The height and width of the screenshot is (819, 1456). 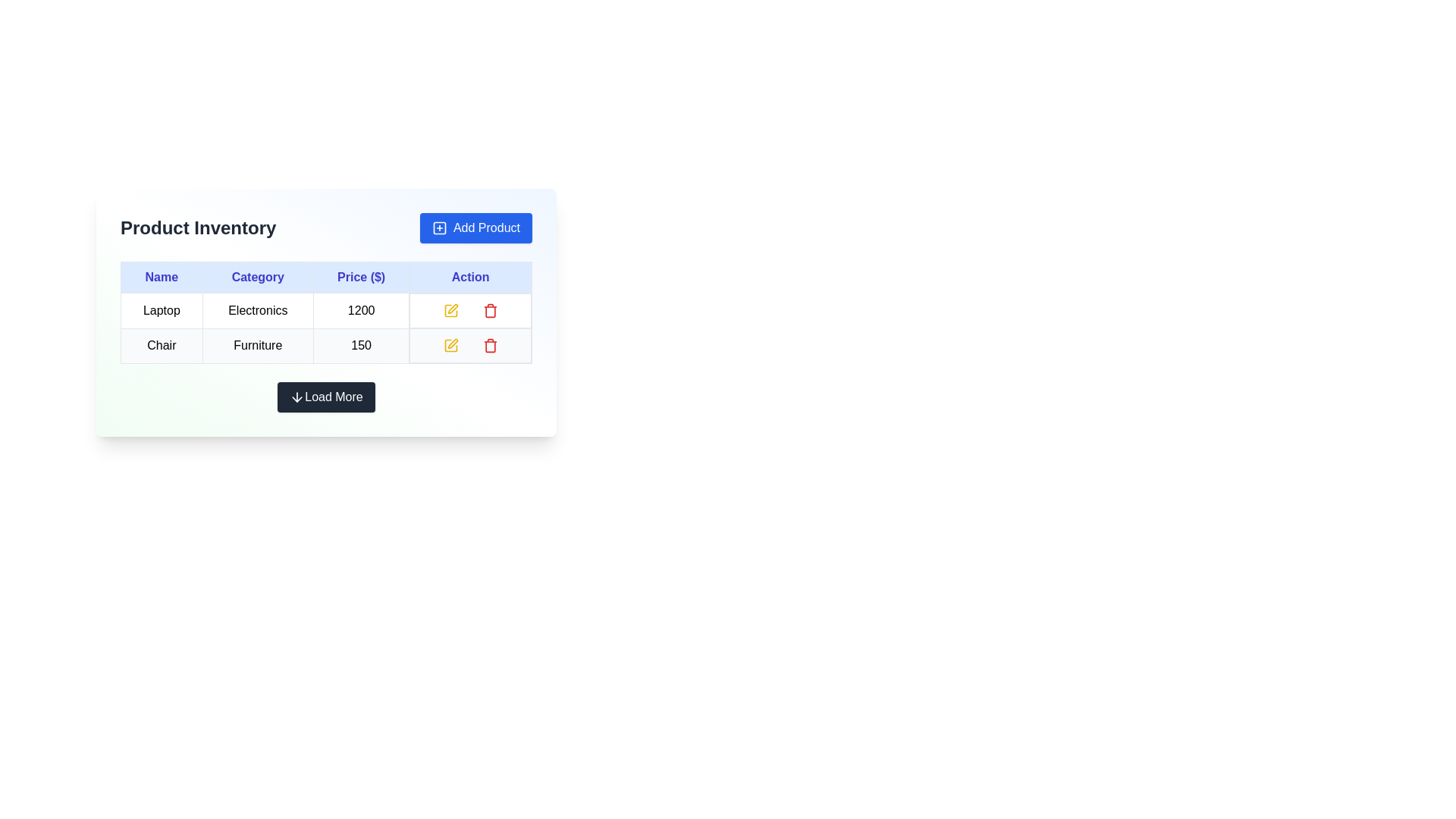 I want to click on the 'Price' column header cell, which serves as a label for the prices in the table, located in the third column from the left, so click(x=360, y=278).